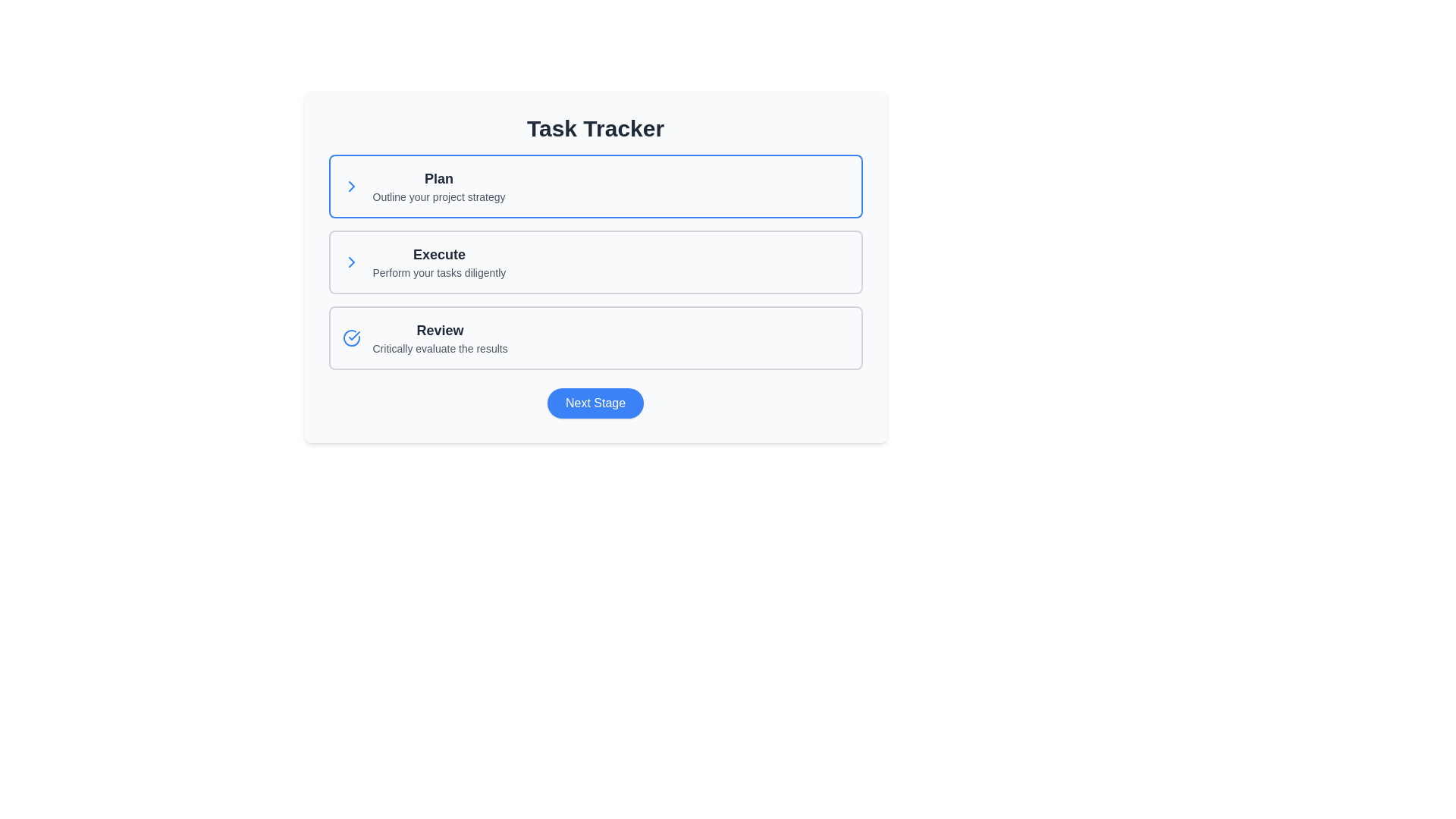  I want to click on text in the middle text block that provides information about the 'Execute' stage, which is located between the 'Plan' and 'Review' segments, so click(438, 262).